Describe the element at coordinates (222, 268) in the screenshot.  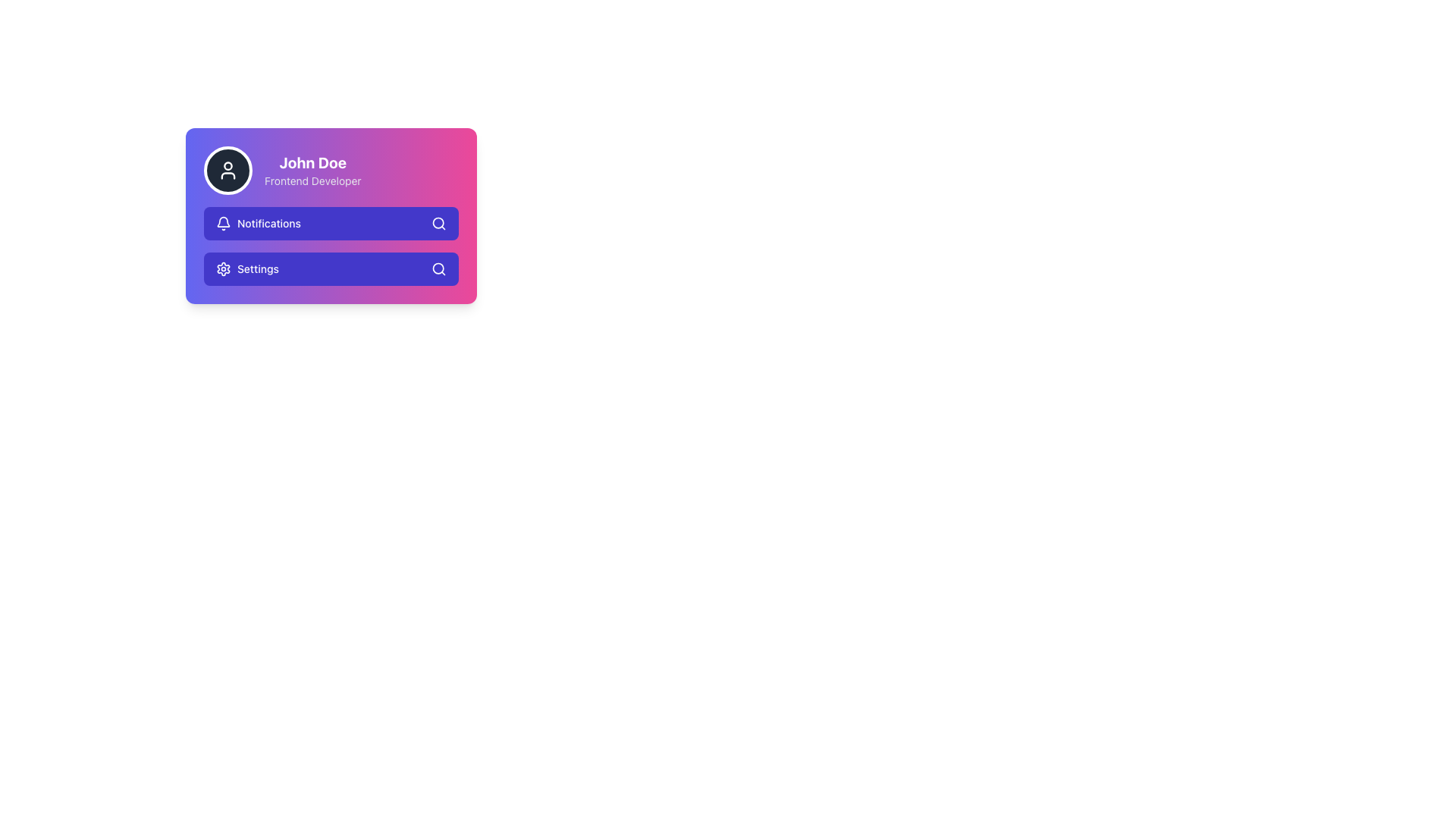
I see `the gear-shaped icon located to the left of the 'Settings' text label in the second list item of a vertical list within the card` at that location.